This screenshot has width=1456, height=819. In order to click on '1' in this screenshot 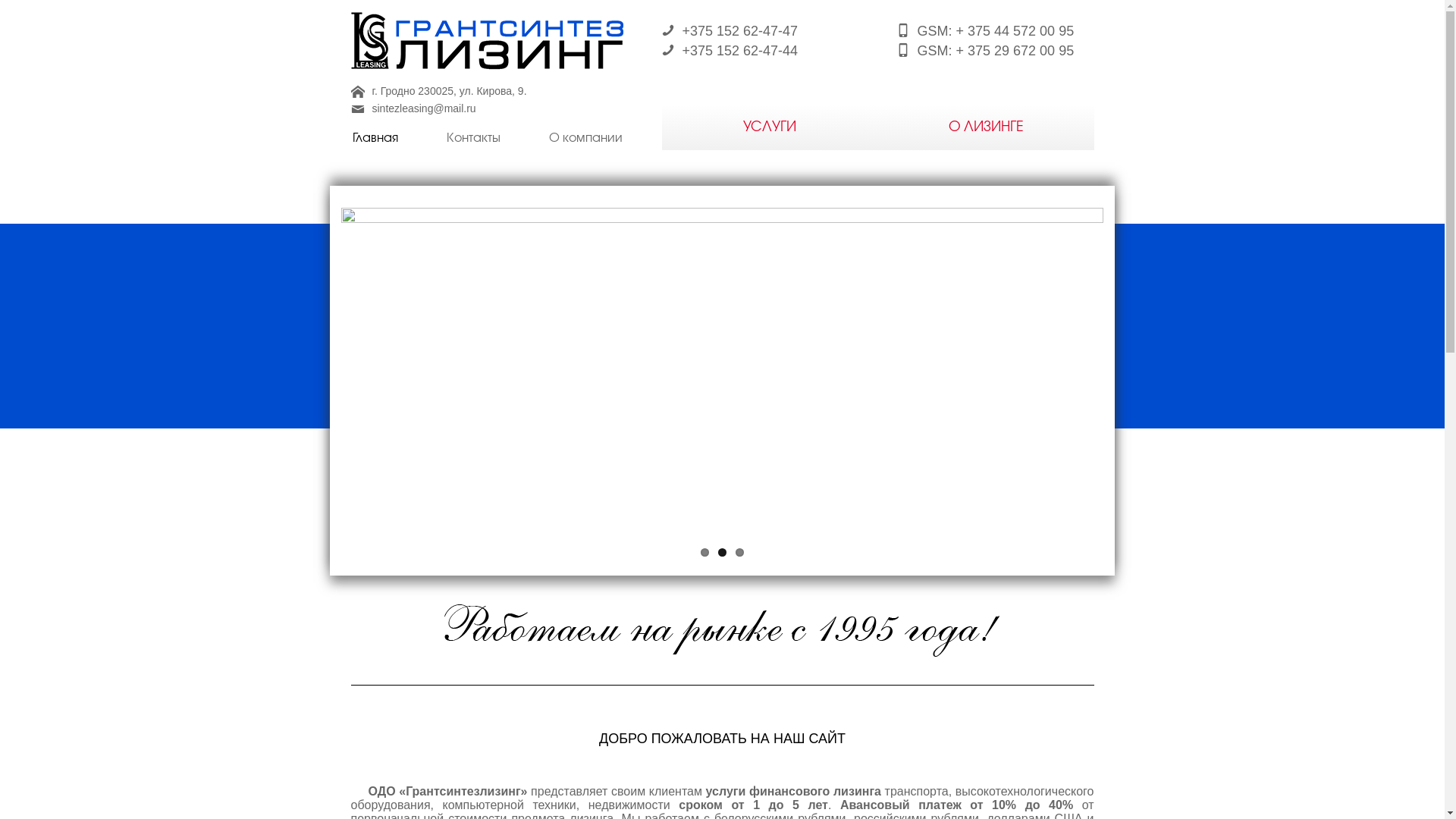, I will do `click(700, 552)`.